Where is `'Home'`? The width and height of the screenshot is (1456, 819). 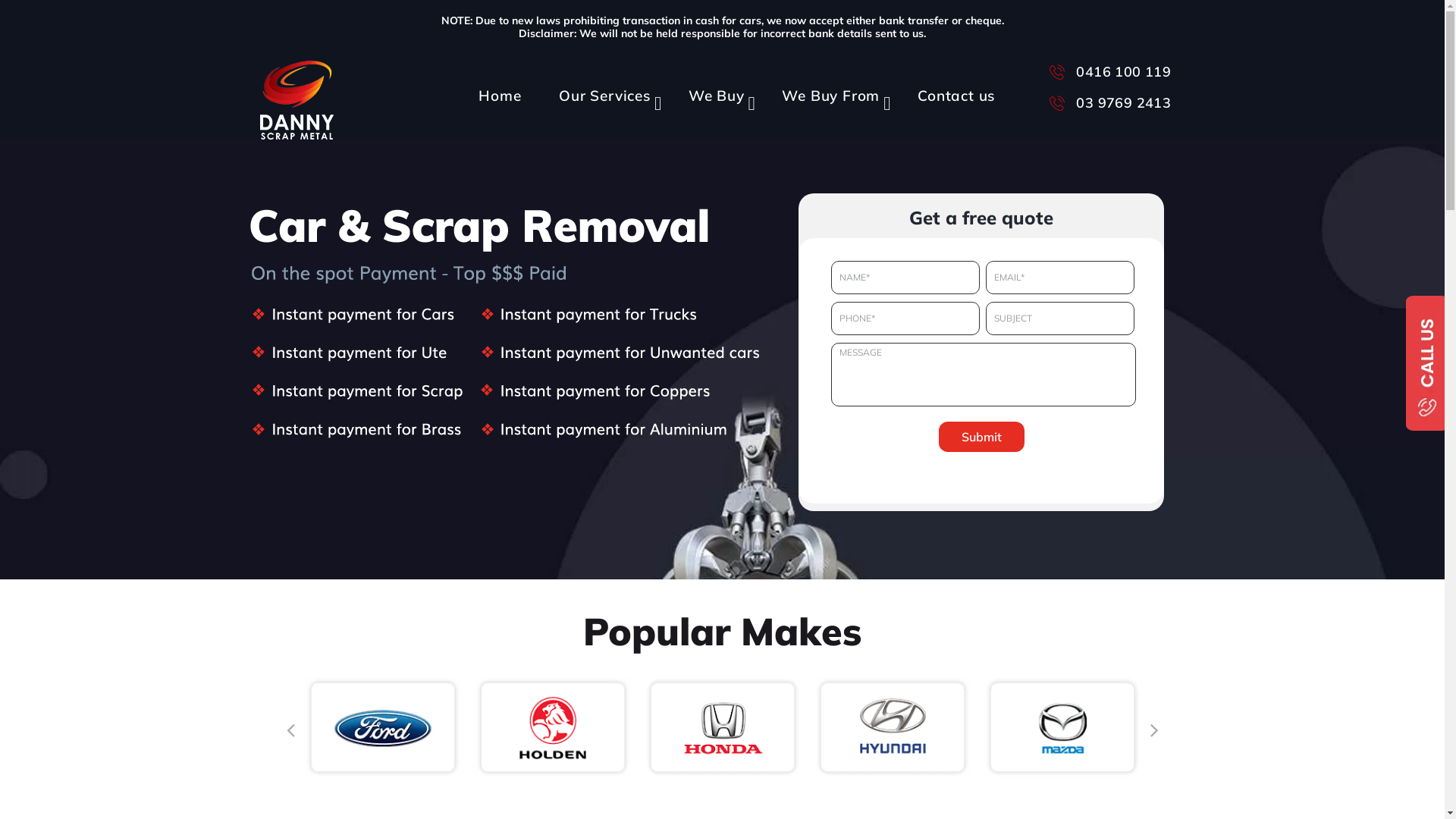 'Home' is located at coordinates (495, 87).